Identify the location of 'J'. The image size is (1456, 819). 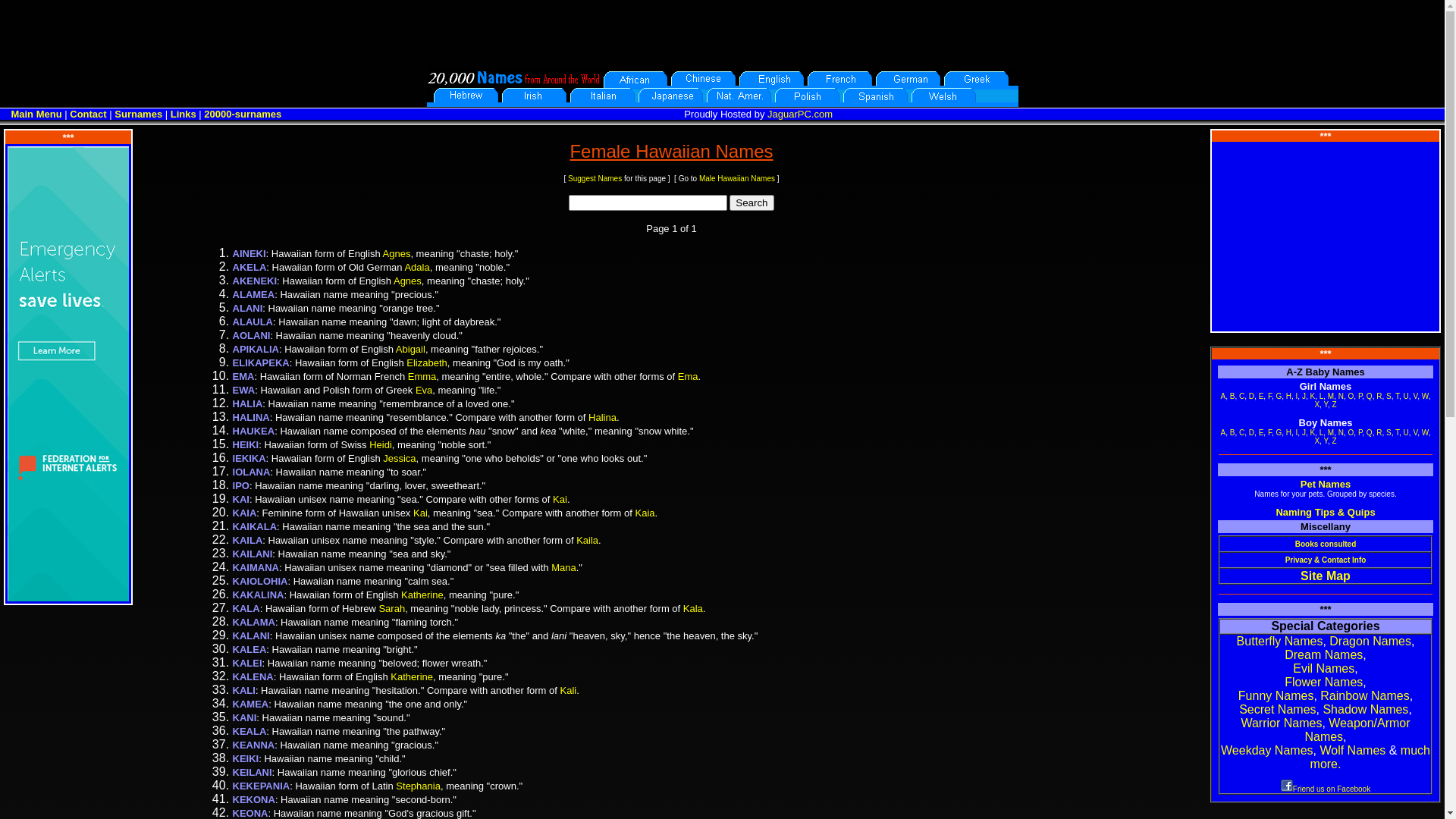
(1303, 395).